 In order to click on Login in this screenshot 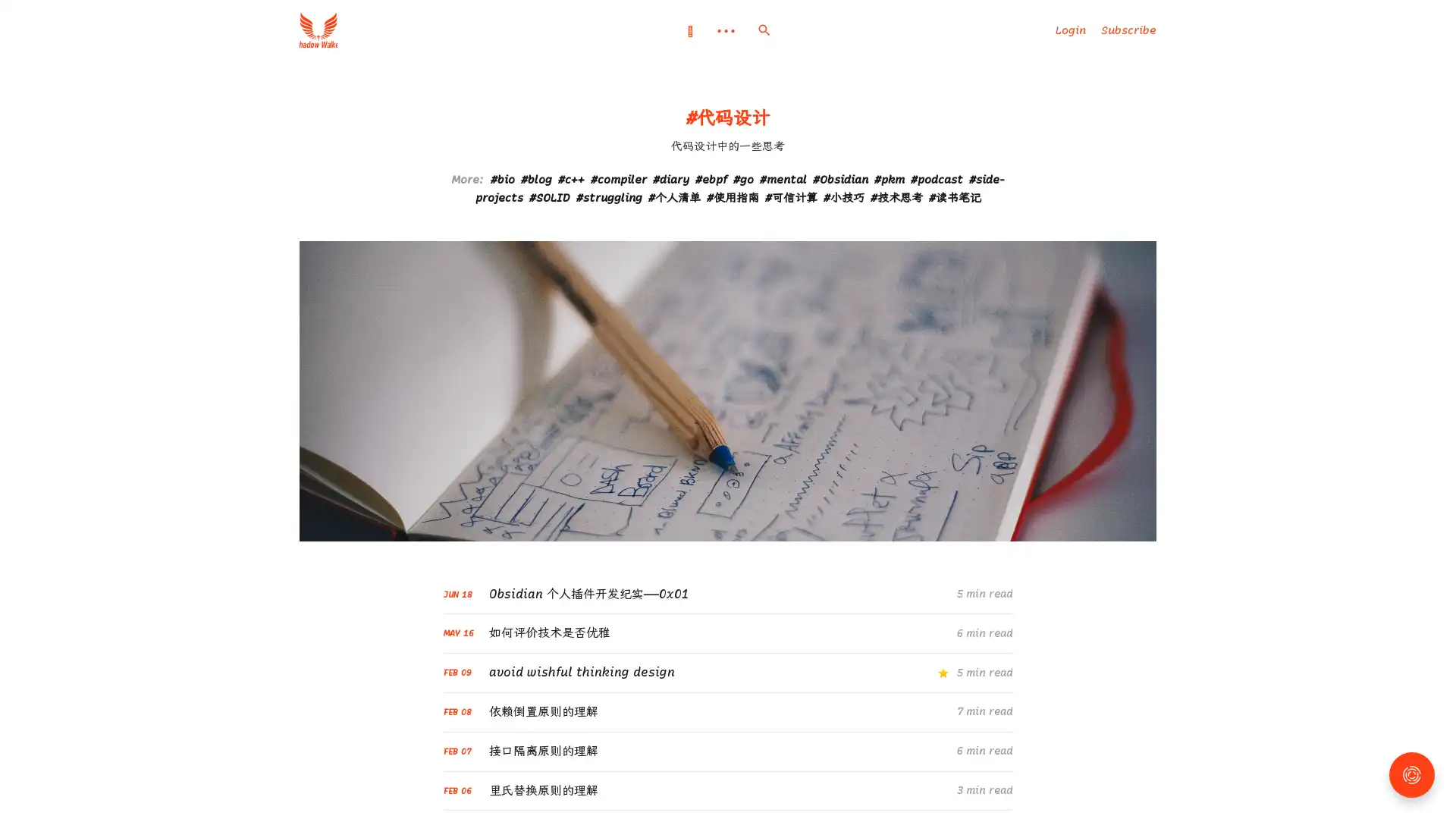, I will do `click(1069, 30)`.